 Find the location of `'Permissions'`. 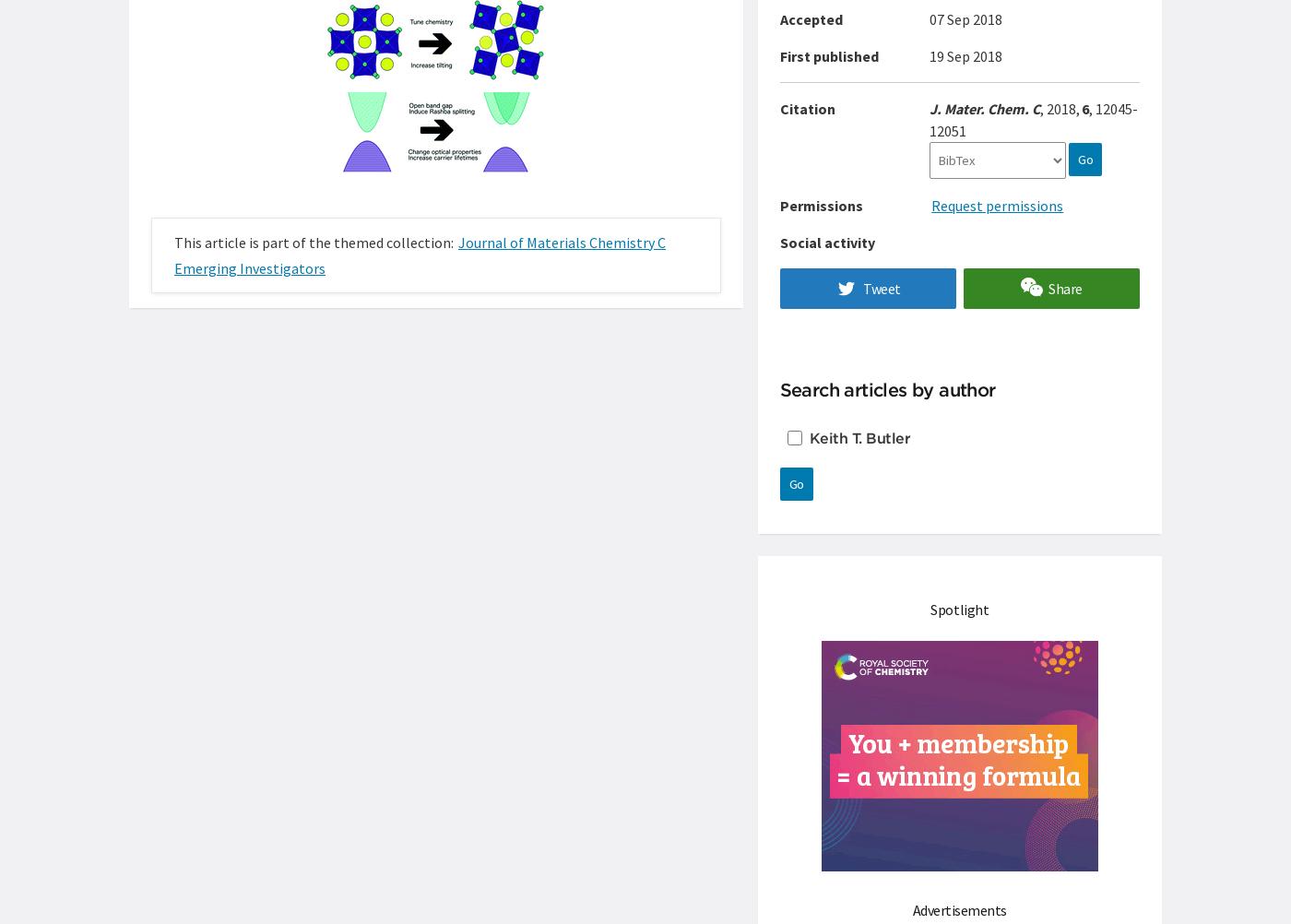

'Permissions' is located at coordinates (820, 206).